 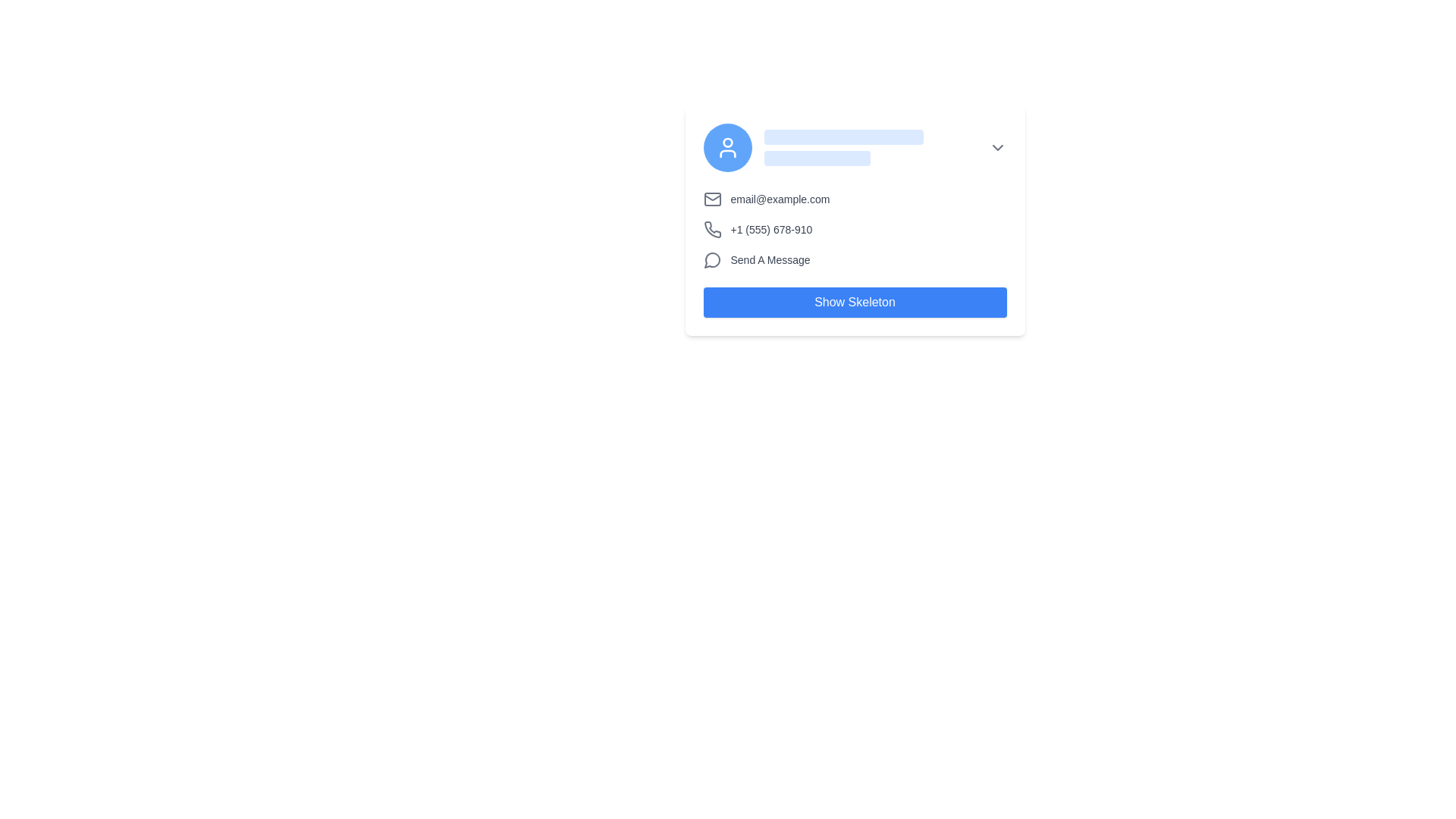 What do you see at coordinates (711, 229) in the screenshot?
I see `the phone icon that indicates telecommunication details, which is positioned to the left of the phone number text in a contact detail section` at bounding box center [711, 229].